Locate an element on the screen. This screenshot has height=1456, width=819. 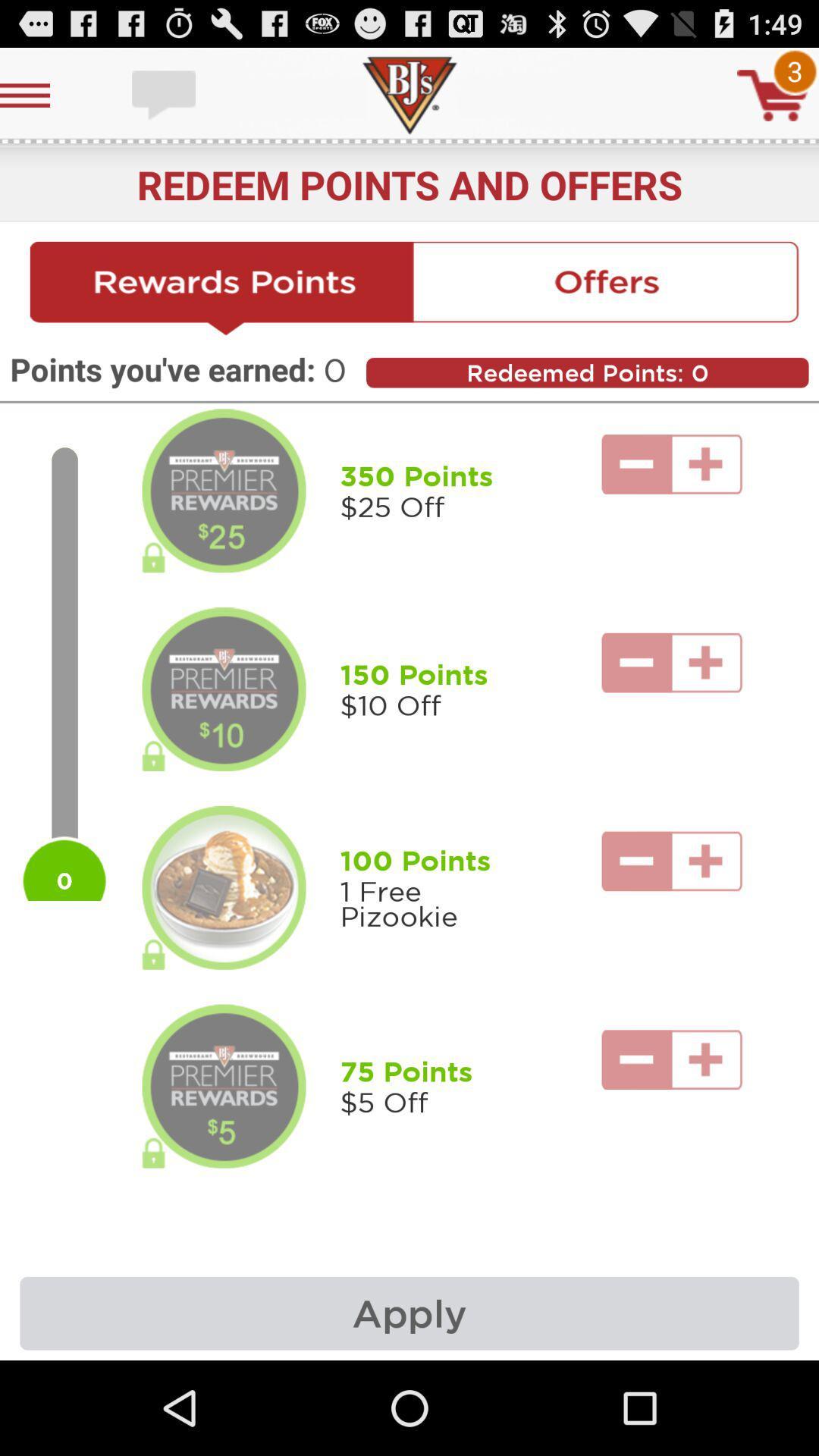
redeem reward is located at coordinates (224, 888).